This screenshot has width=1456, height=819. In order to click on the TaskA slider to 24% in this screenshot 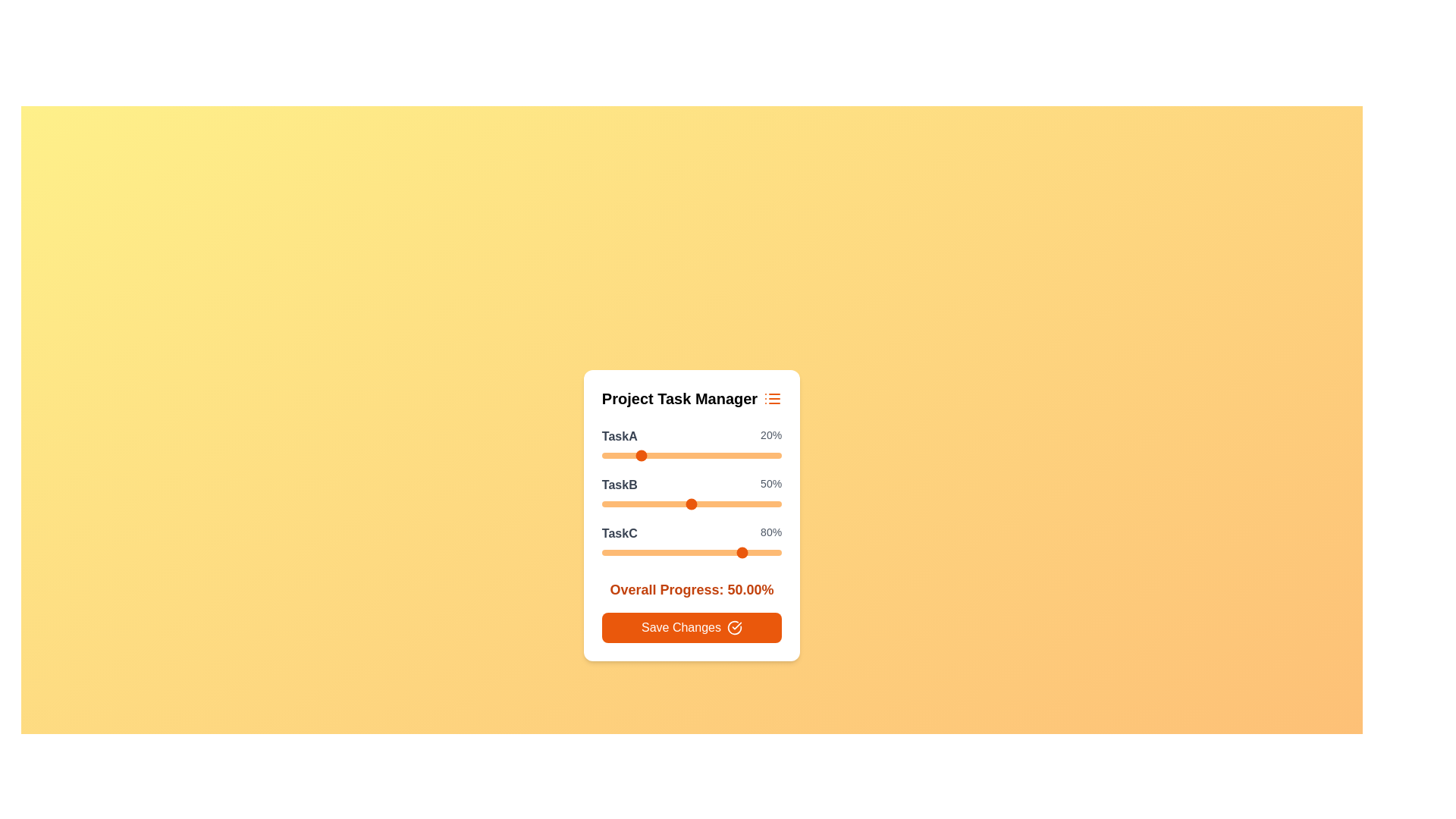, I will do `click(645, 455)`.